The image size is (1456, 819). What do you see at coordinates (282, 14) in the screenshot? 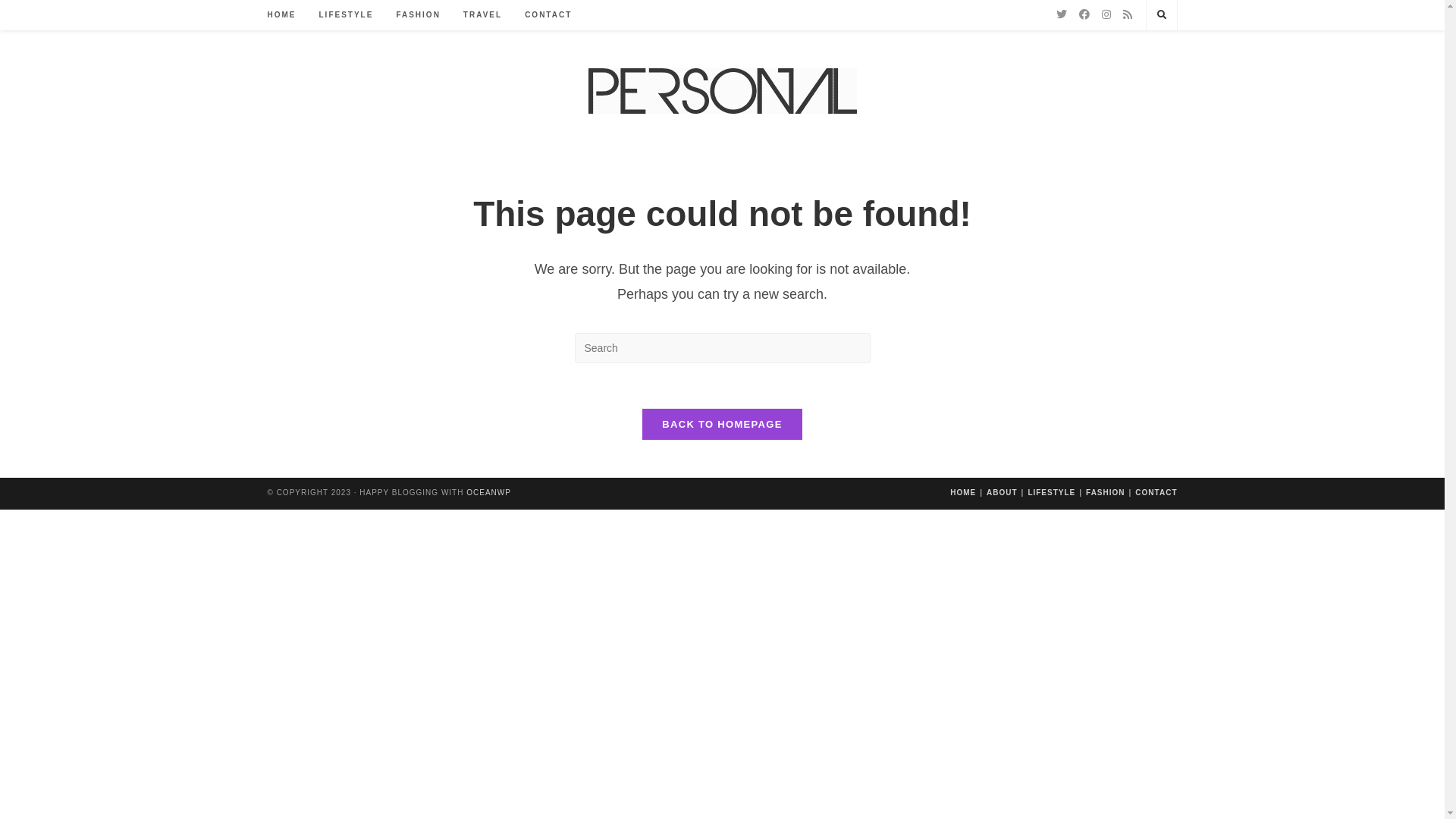
I see `'HOME'` at bounding box center [282, 14].